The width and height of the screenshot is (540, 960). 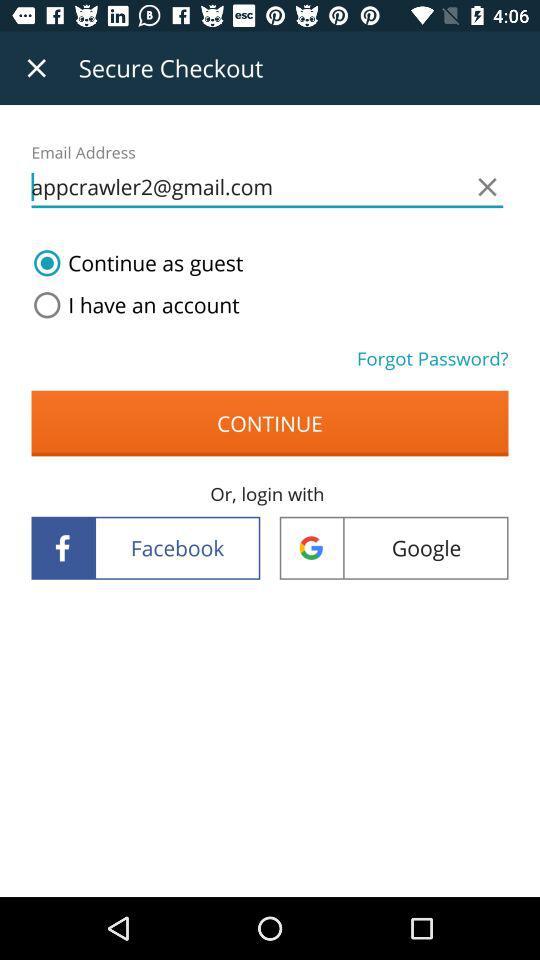 I want to click on the item above continue item, so click(x=132, y=305).